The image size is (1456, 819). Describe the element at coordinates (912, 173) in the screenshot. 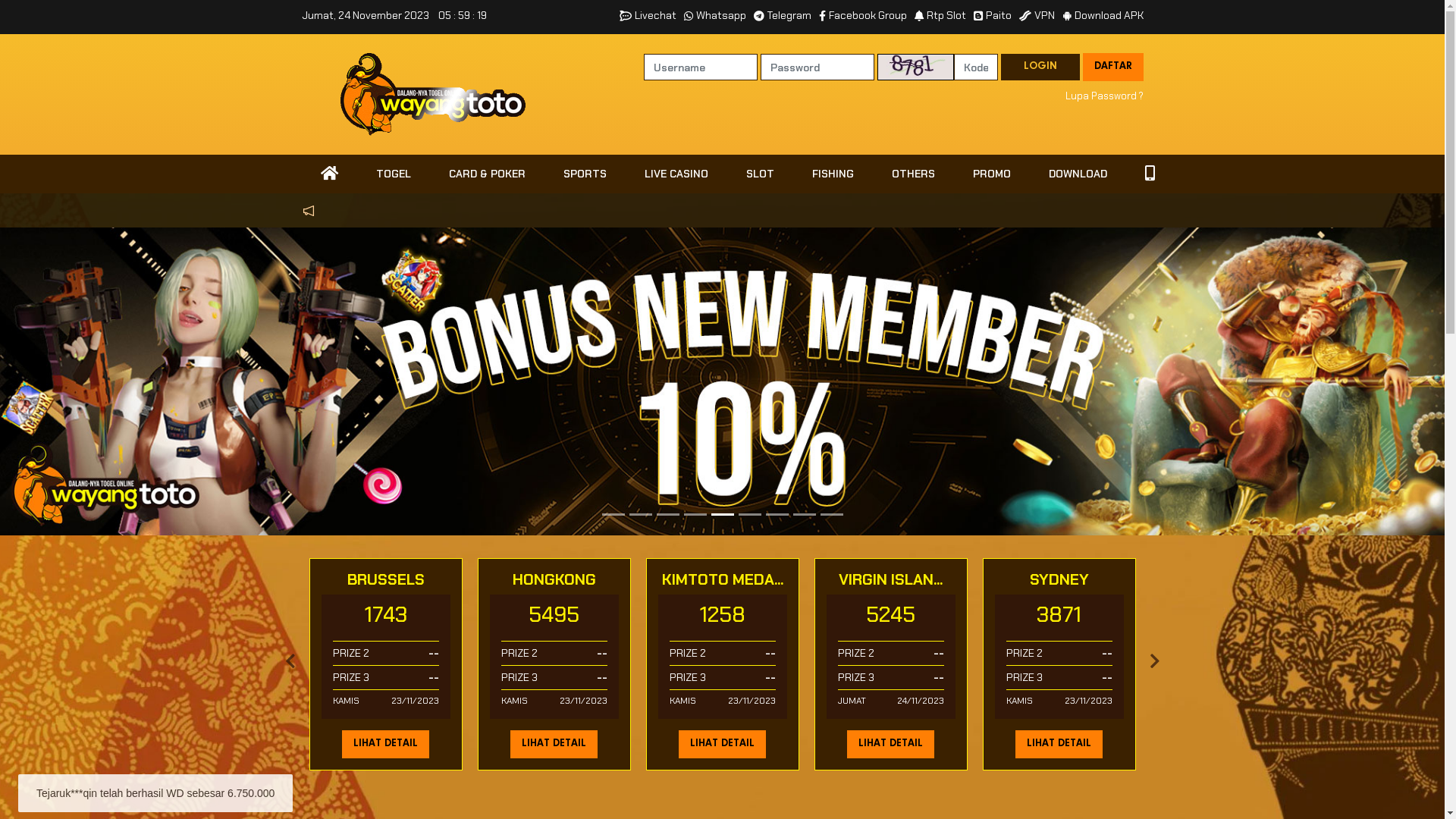

I see `'OTHERS'` at that location.